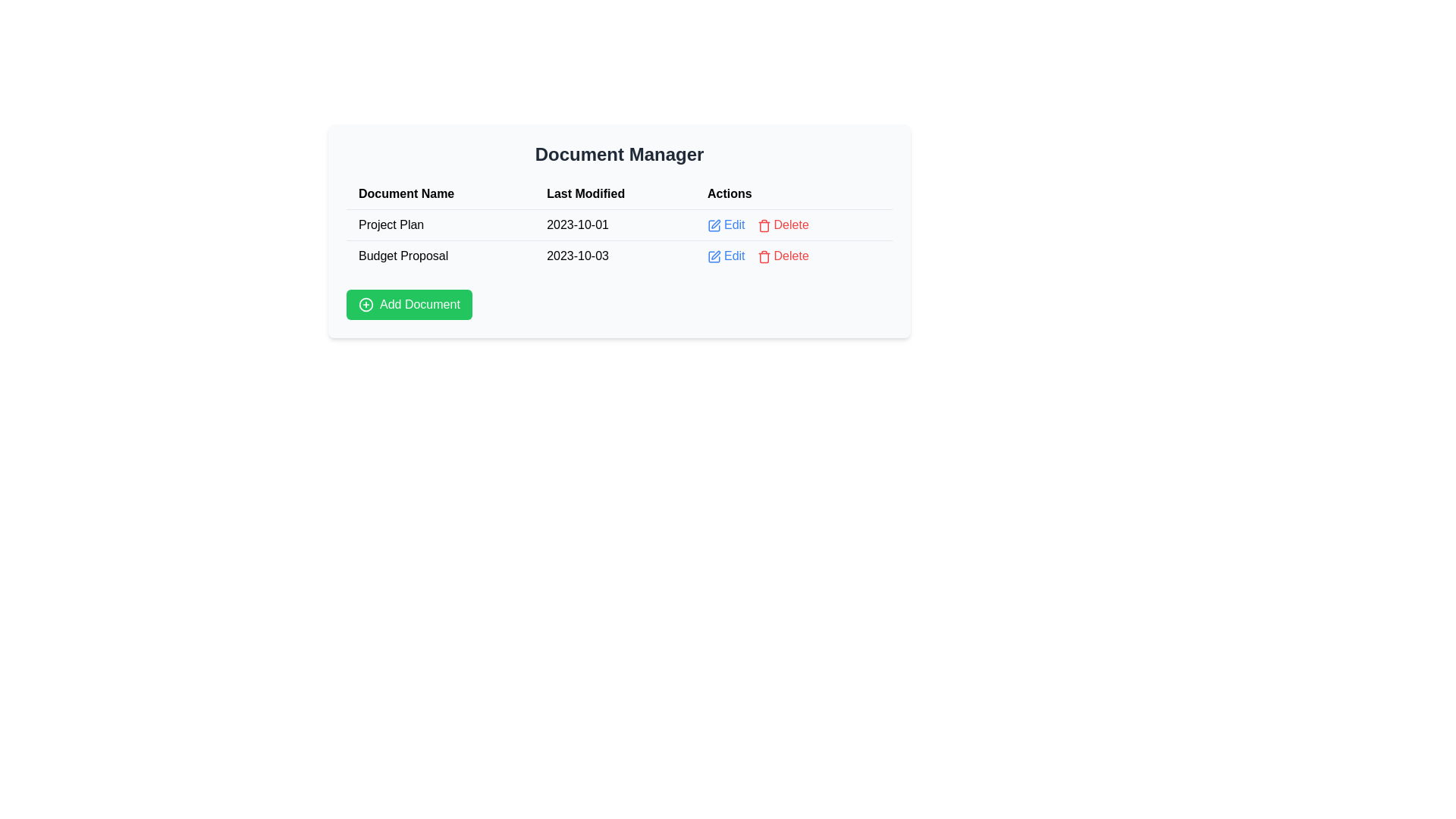  Describe the element at coordinates (366, 304) in the screenshot. I see `the circular outline element that is centrally located within the 'Add Document' button, which is designed with a clean stroke and no fill color, forming part of a 'plus' sign` at that location.